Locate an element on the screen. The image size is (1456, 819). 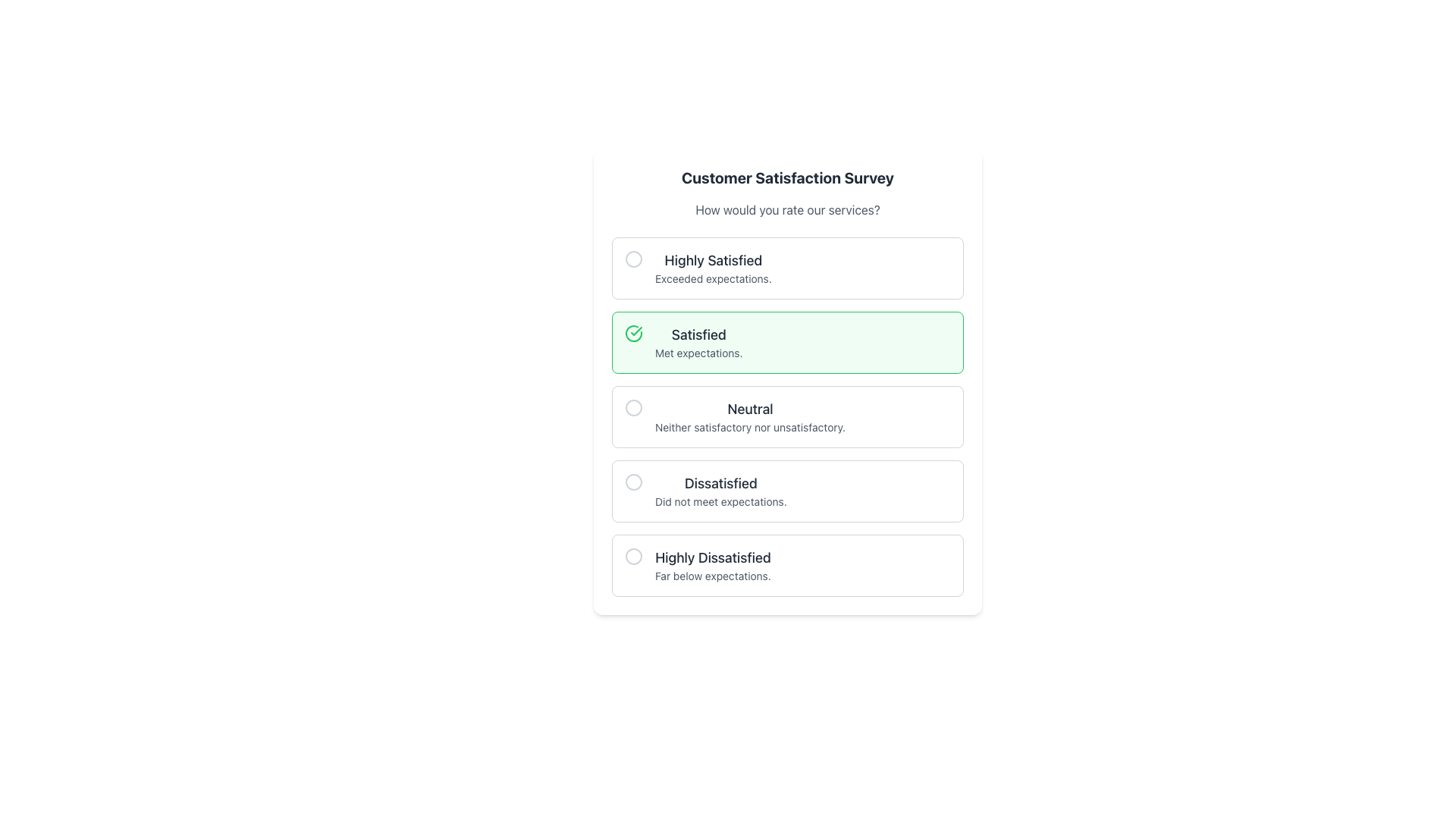
the selectable option group representing a neutral opinion in a customer satisfaction survey is located at coordinates (787, 417).